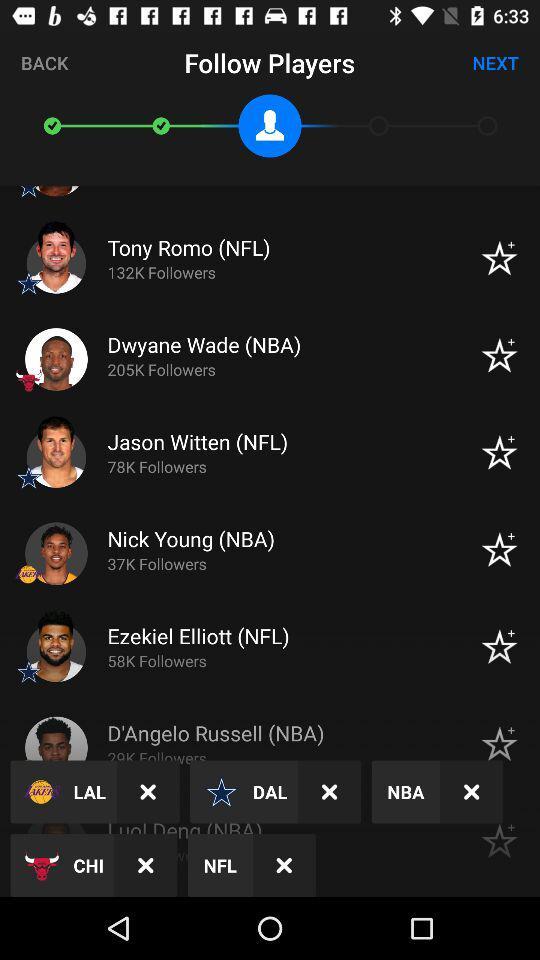 This screenshot has width=540, height=960. Describe the element at coordinates (498, 355) in the screenshot. I see `the star symbol to the right of dwyane wadenba` at that location.